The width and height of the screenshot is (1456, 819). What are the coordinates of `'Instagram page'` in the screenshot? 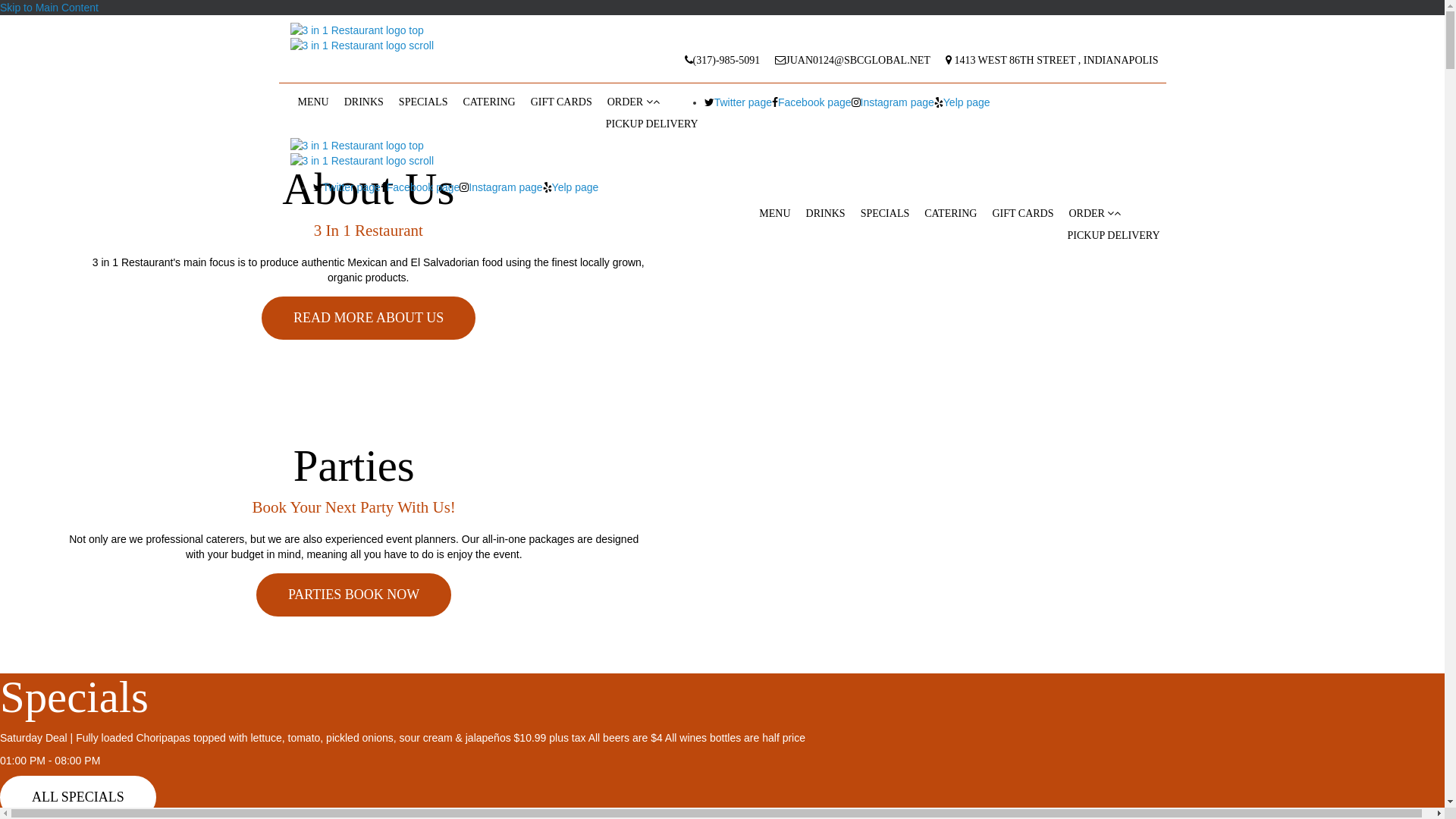 It's located at (500, 186).